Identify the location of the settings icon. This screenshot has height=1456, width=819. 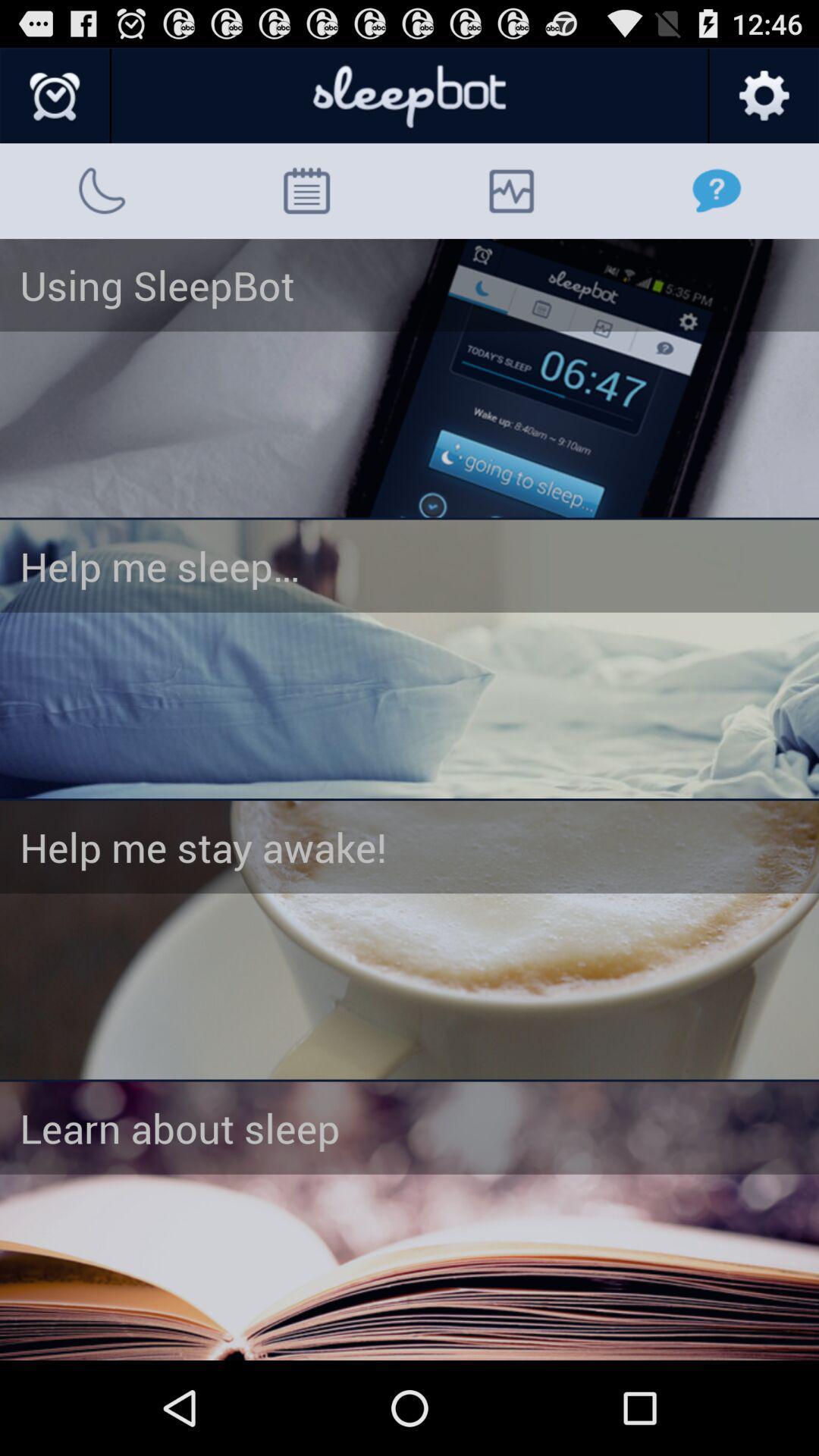
(763, 102).